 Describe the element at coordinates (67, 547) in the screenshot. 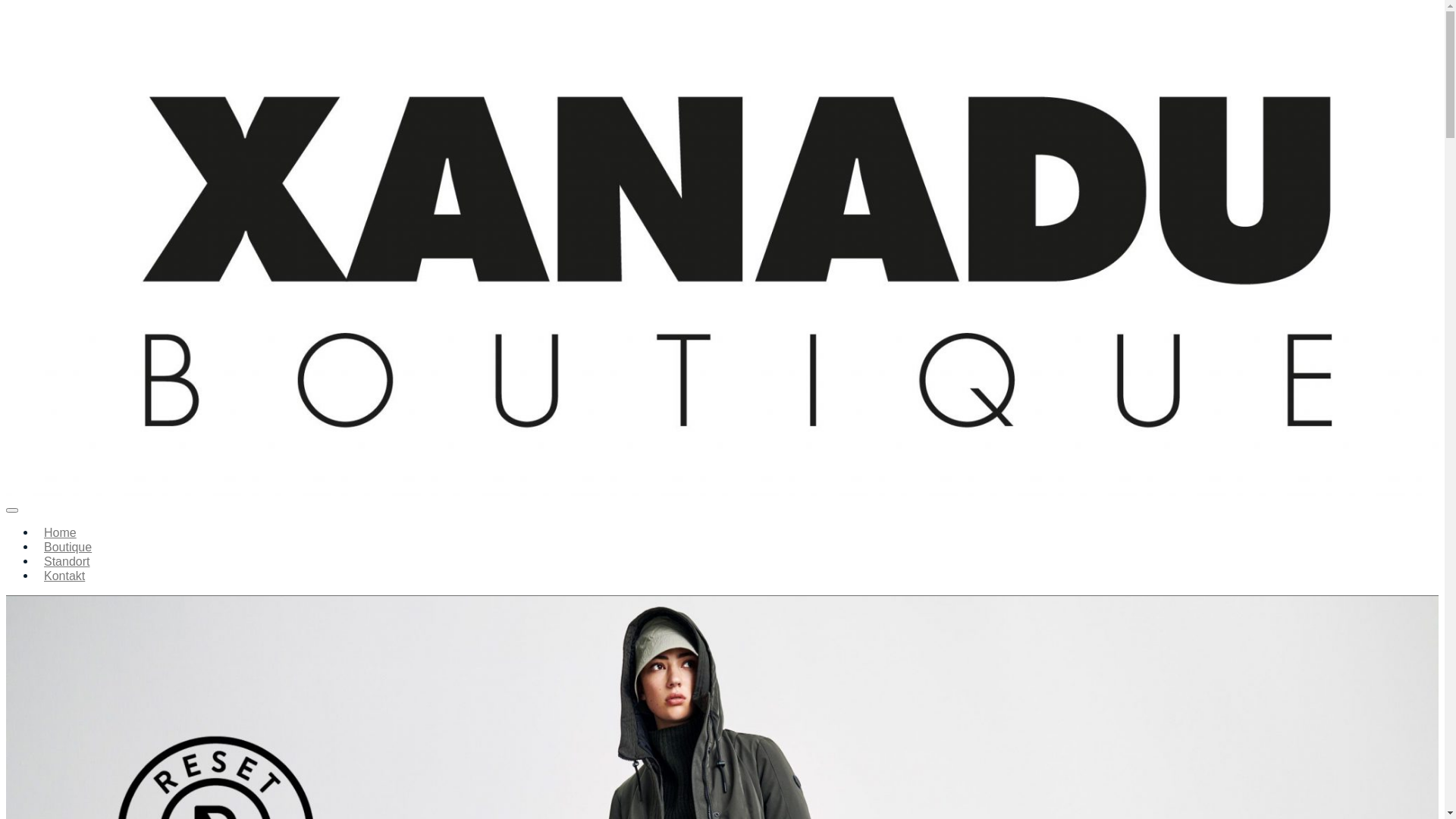

I see `'Boutique'` at that location.